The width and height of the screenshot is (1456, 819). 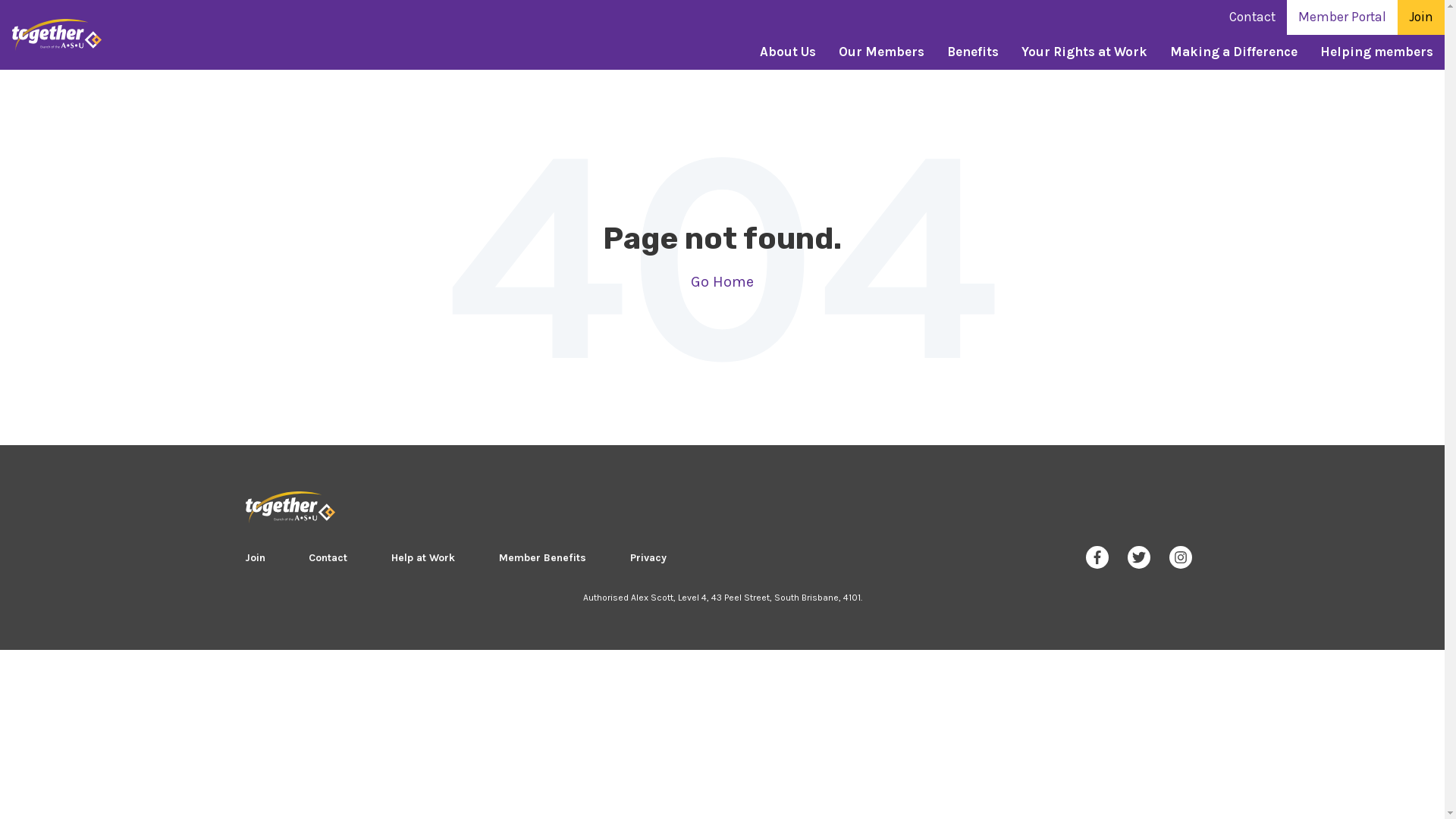 I want to click on 'Benefits', so click(x=972, y=52).